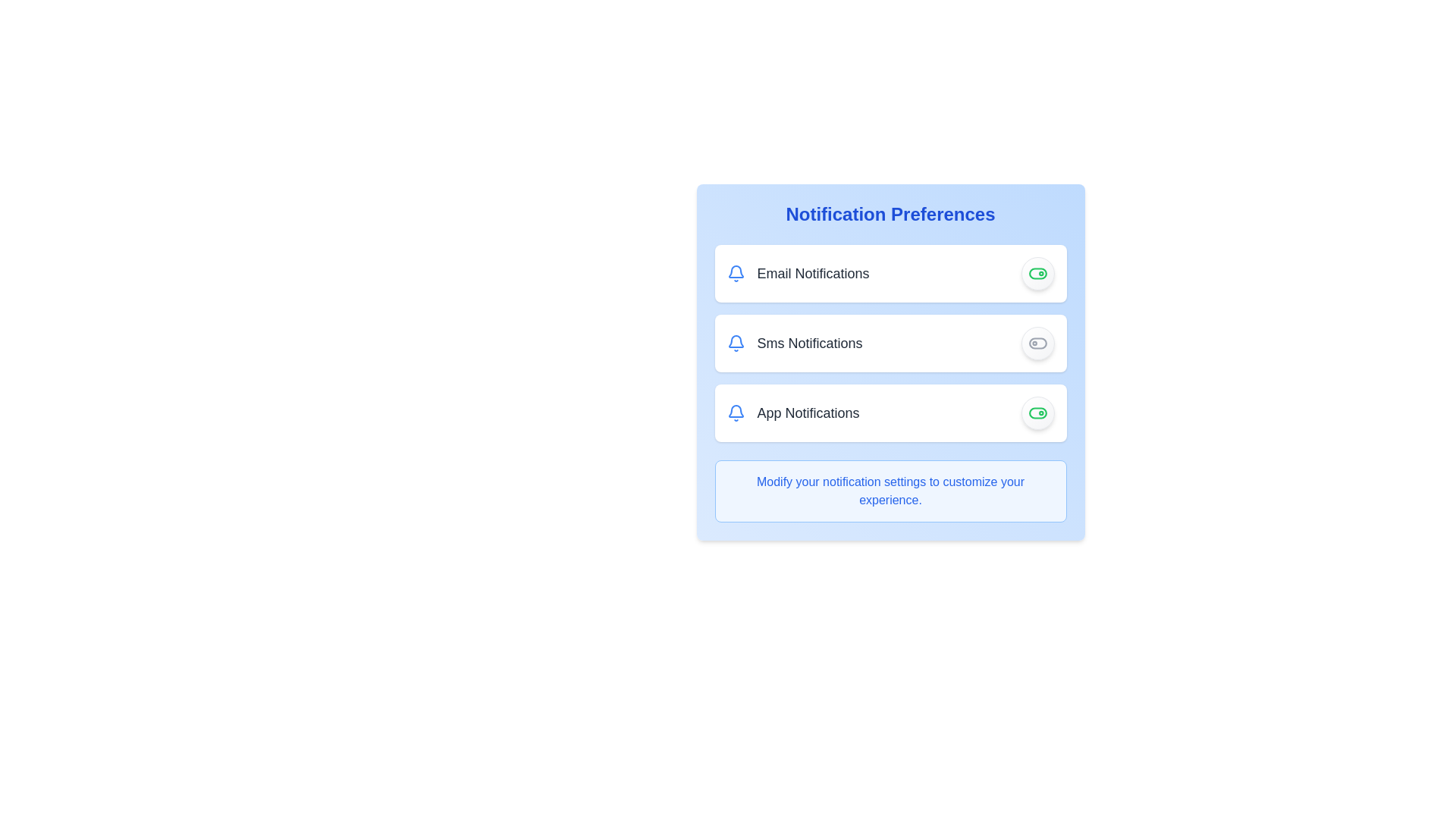 Image resolution: width=1456 pixels, height=819 pixels. I want to click on the Toggle switch list item for SMS notifications, so click(890, 362).